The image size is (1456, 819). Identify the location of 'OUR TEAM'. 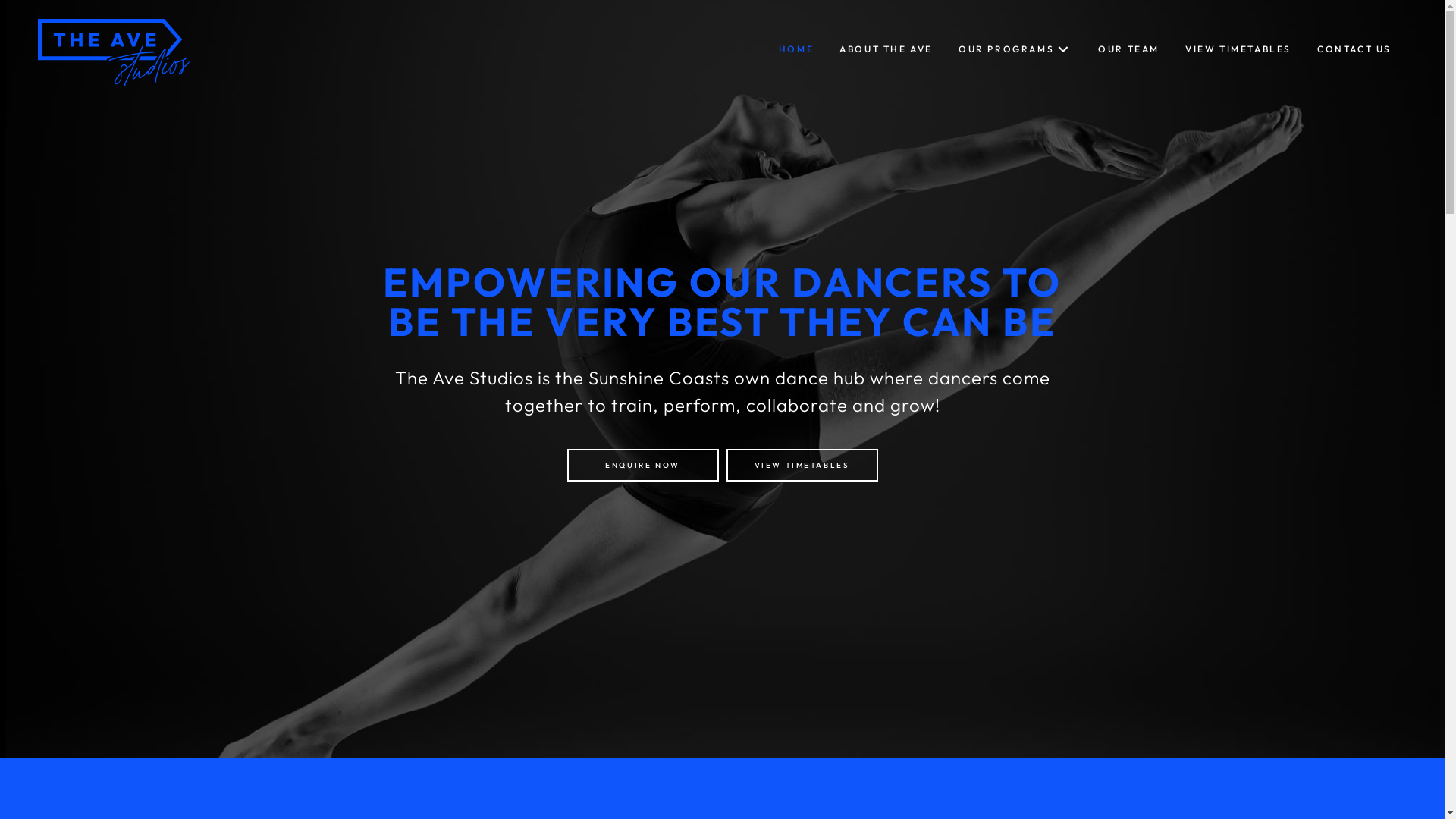
(1128, 49).